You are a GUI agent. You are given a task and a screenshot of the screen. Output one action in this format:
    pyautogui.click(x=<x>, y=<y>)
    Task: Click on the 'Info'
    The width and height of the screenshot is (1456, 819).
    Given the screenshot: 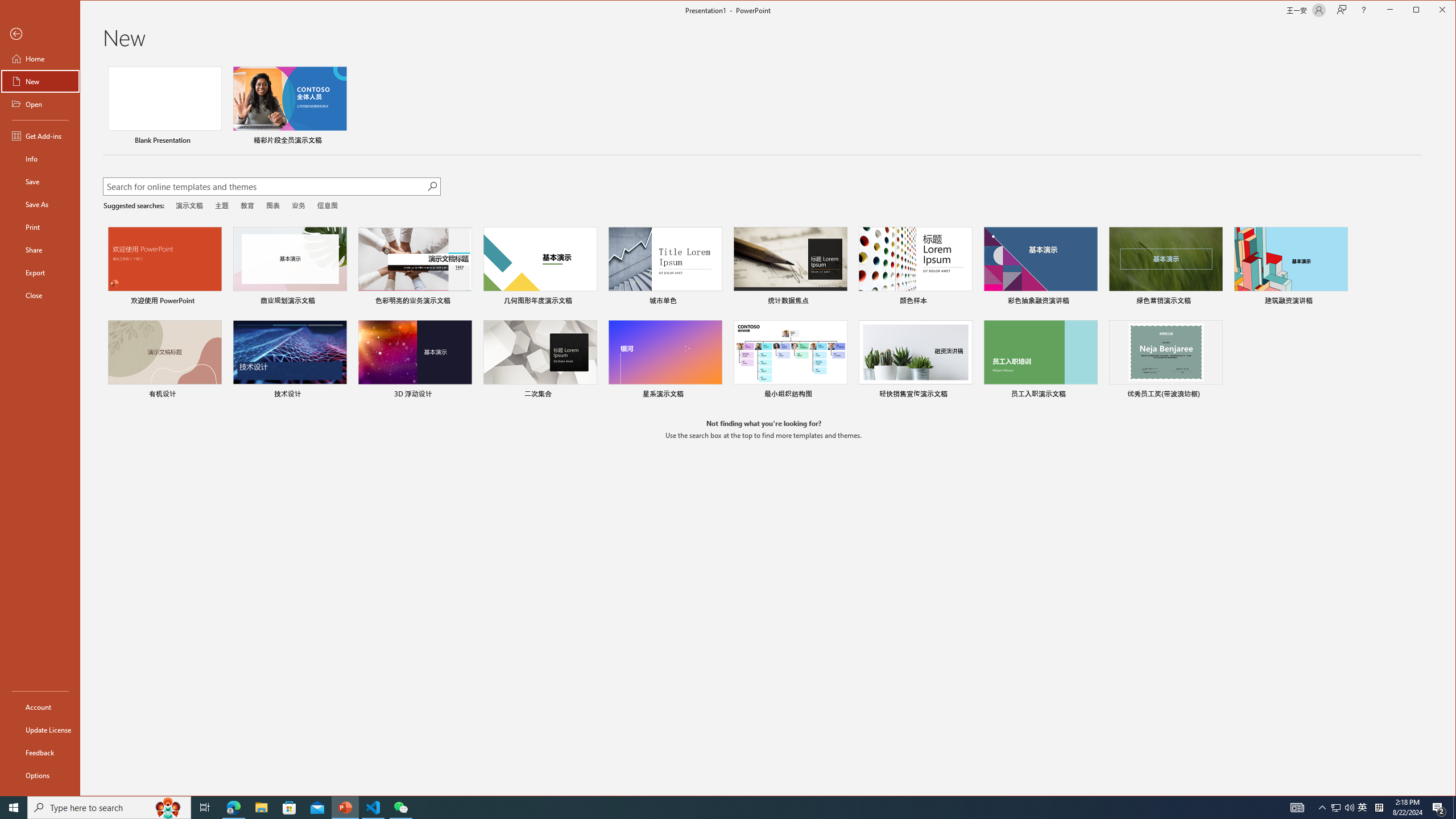 What is the action you would take?
    pyautogui.click(x=39, y=159)
    